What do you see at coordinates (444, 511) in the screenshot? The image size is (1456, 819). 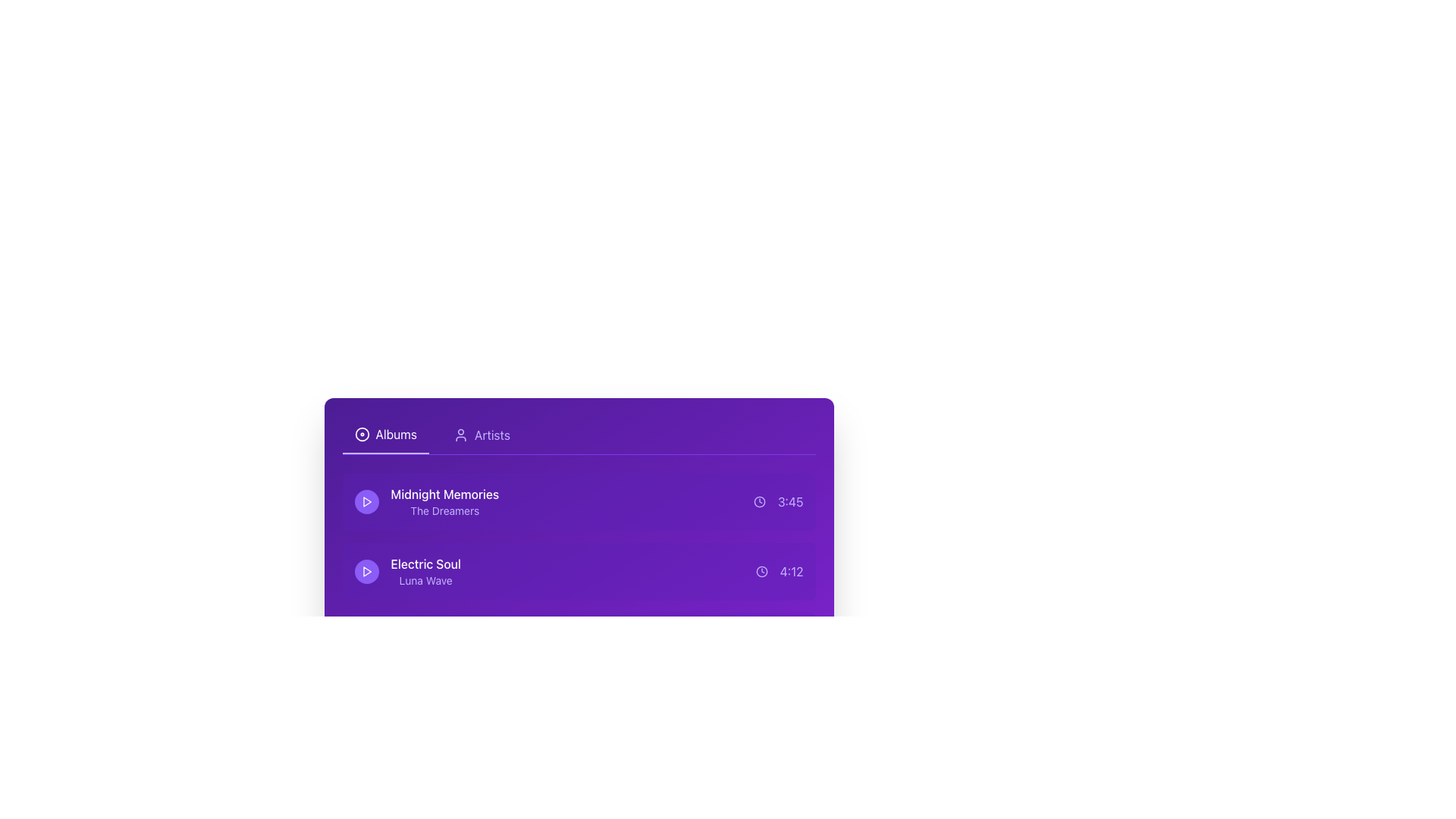 I see `the text label that displays the artist or band name located beneath the song title 'Midnight Memories' in the purple panel` at bounding box center [444, 511].